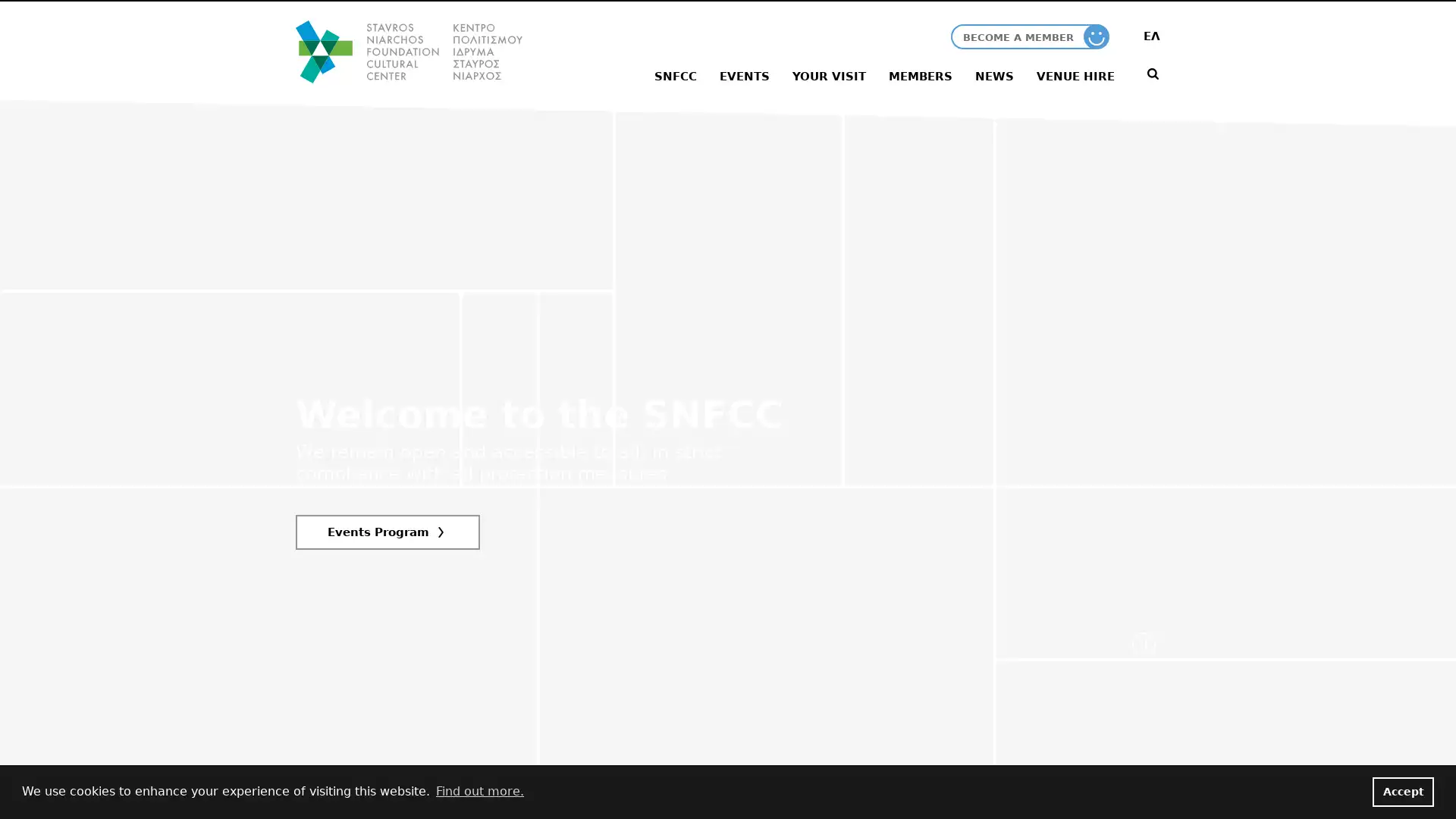 Image resolution: width=1456 pixels, height=819 pixels. I want to click on learn more about cookies, so click(479, 791).